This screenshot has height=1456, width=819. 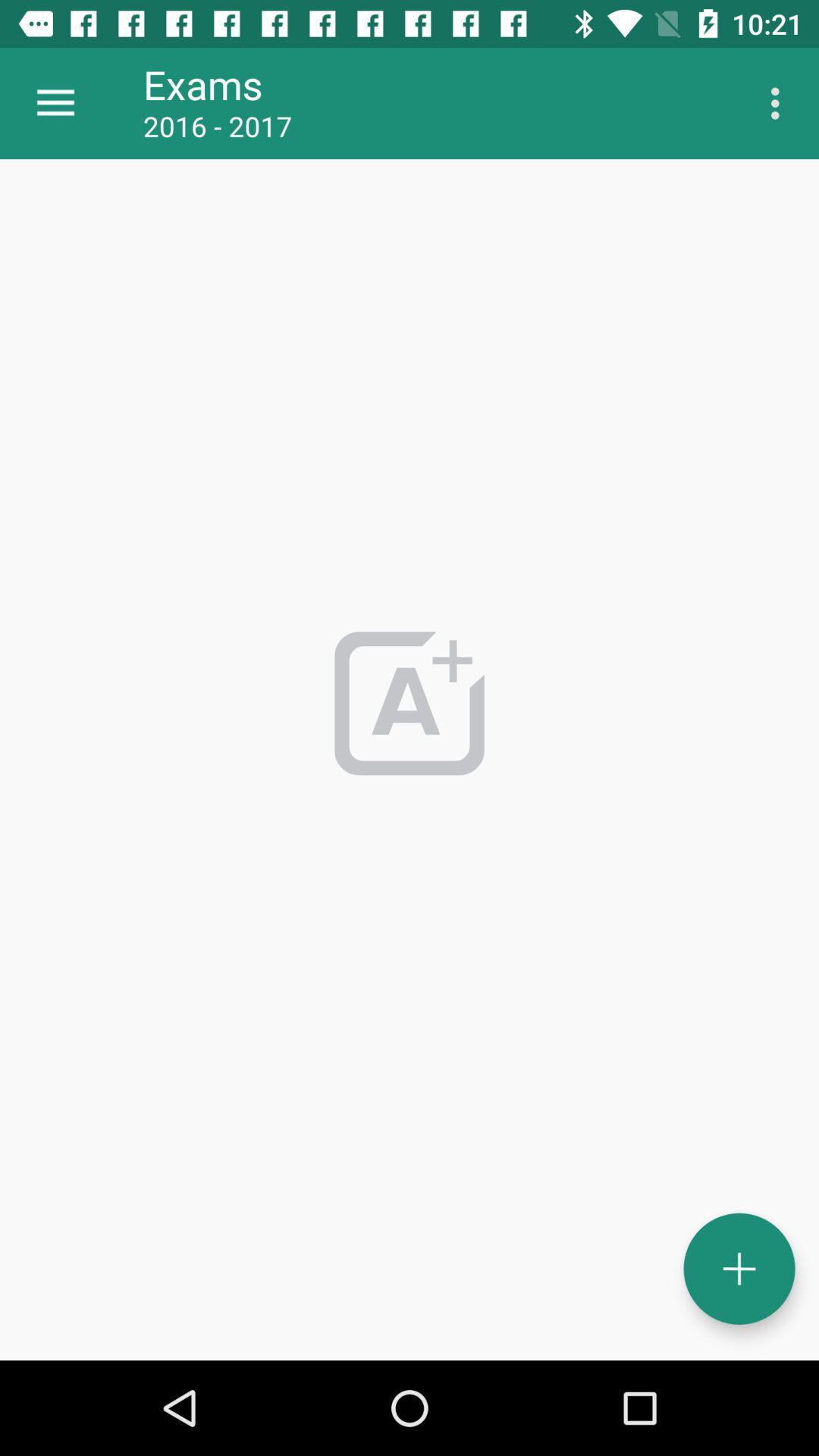 I want to click on the add icon, so click(x=739, y=1269).